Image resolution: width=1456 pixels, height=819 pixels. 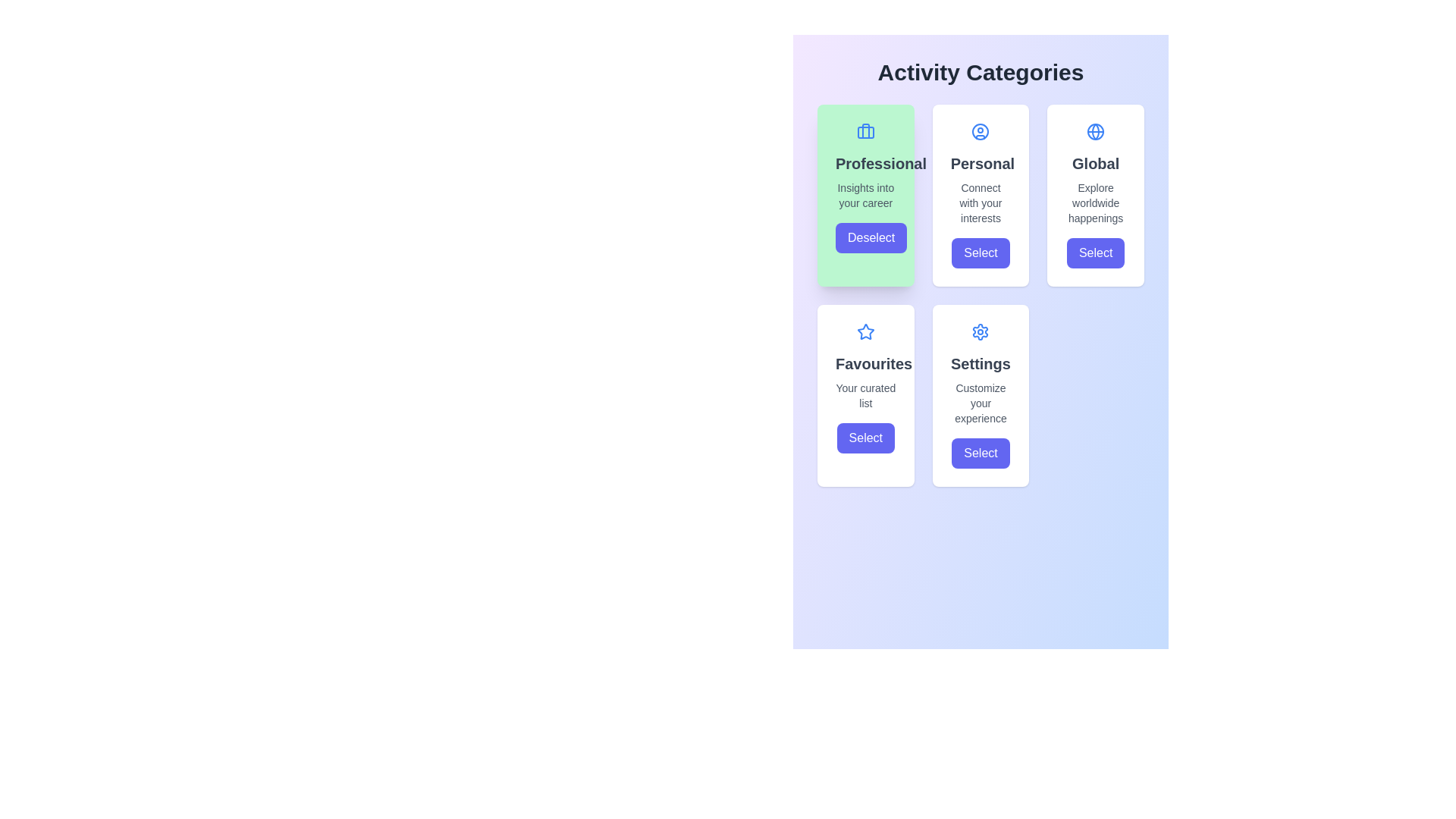 What do you see at coordinates (1096, 195) in the screenshot?
I see `the card labeled 'Global'` at bounding box center [1096, 195].